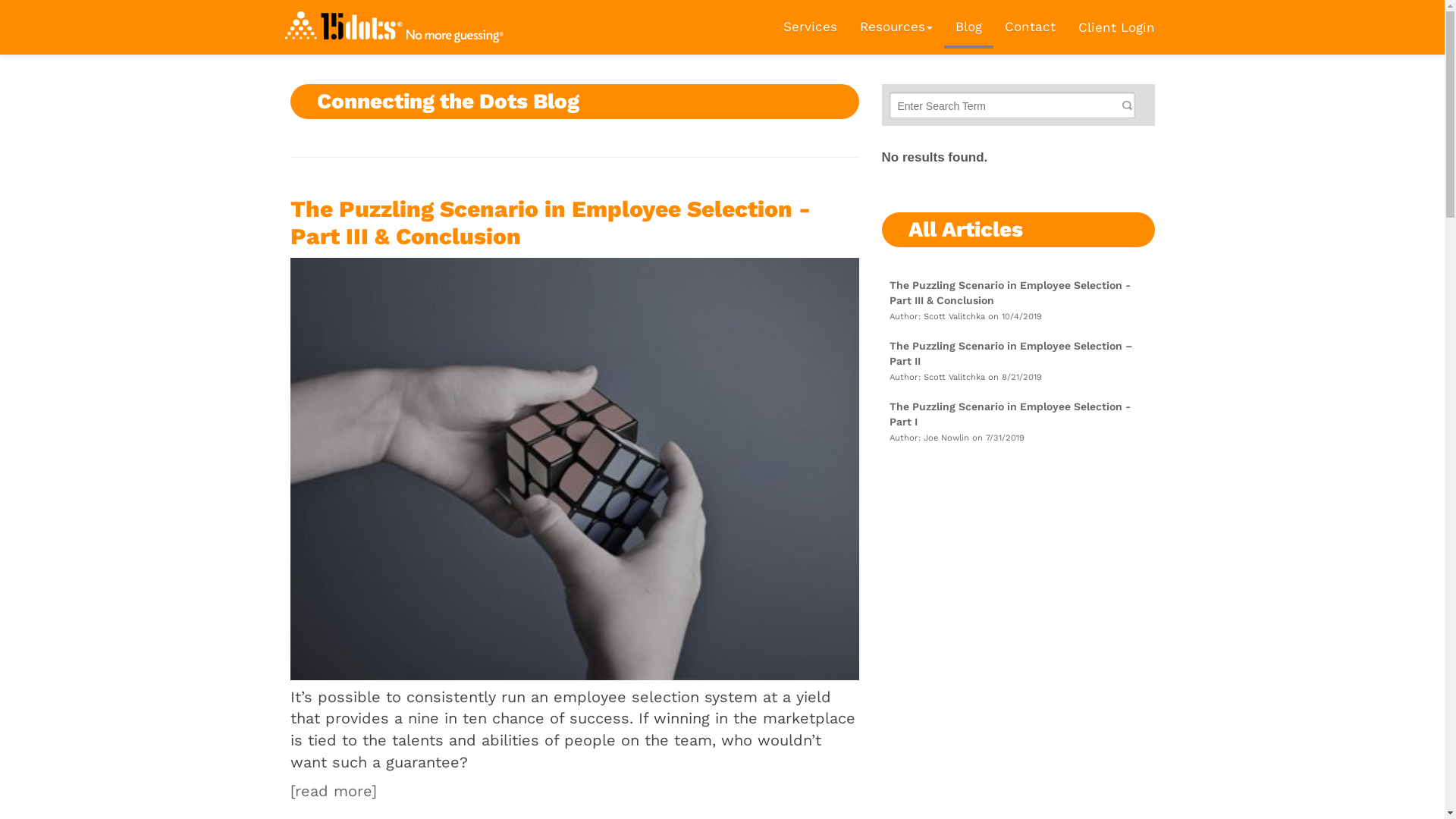 This screenshot has width=1456, height=819. I want to click on 'Resources', so click(895, 26).